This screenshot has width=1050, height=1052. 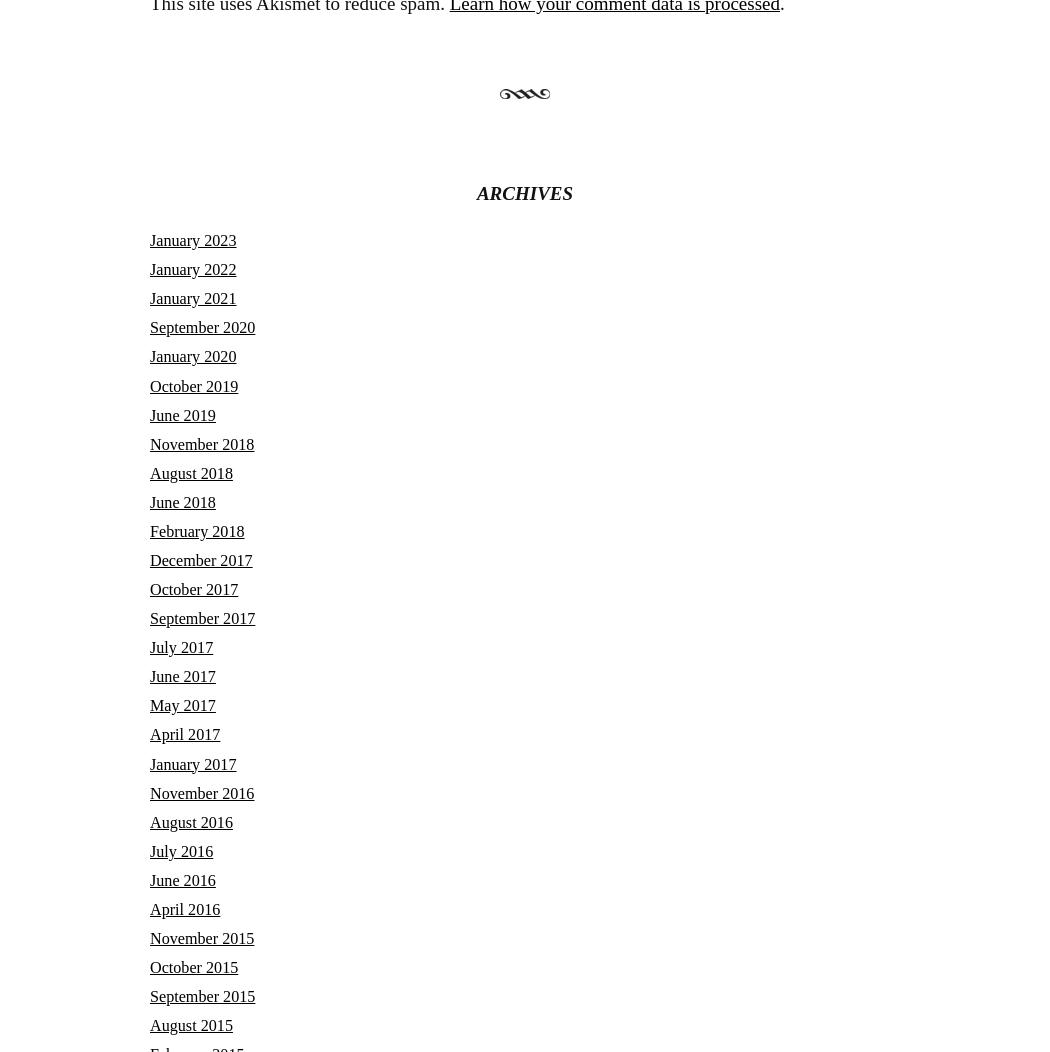 I want to click on 'August 2015', so click(x=150, y=1024).